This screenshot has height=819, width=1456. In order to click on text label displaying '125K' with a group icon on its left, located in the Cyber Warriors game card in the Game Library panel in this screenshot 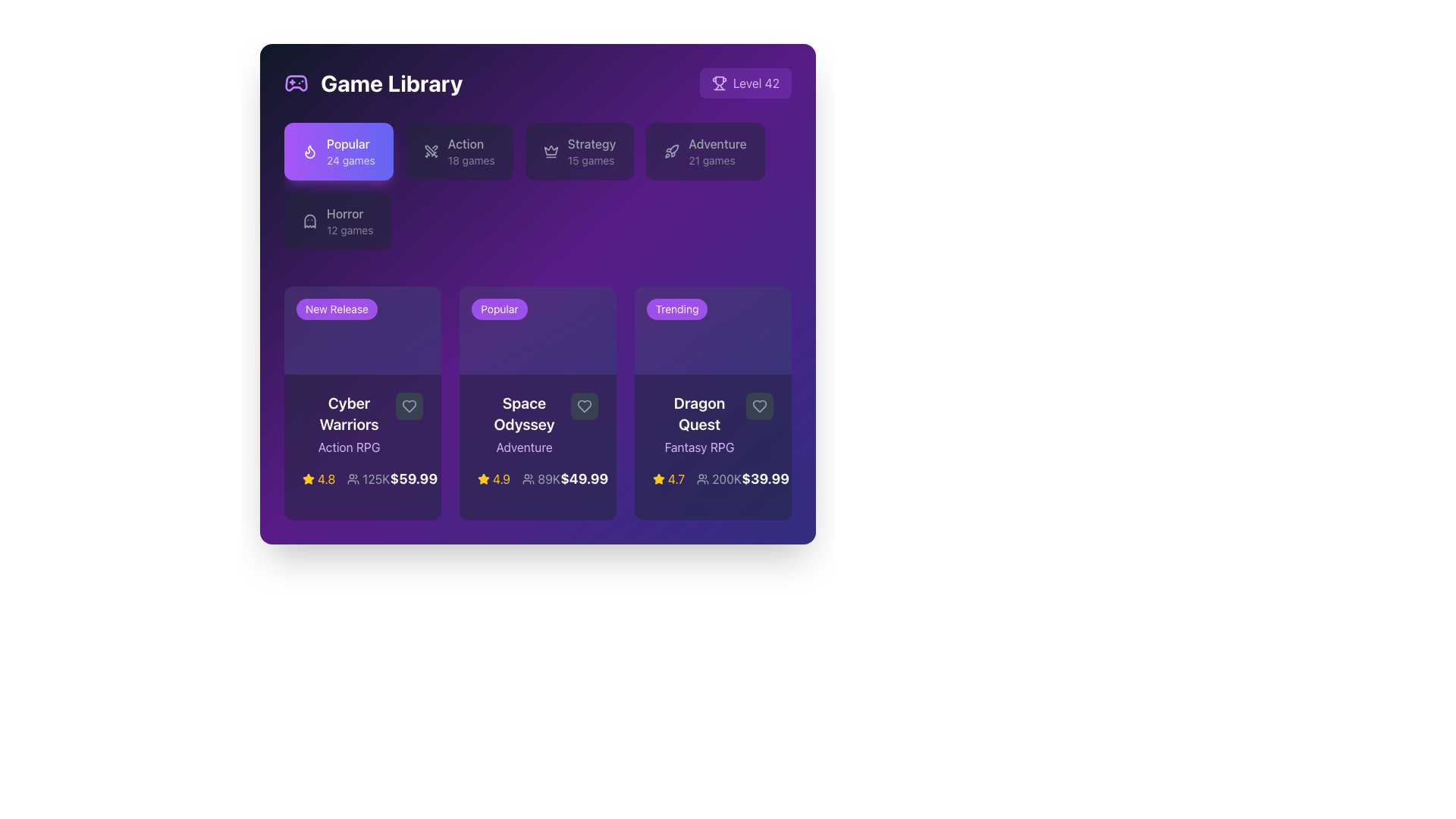, I will do `click(369, 479)`.